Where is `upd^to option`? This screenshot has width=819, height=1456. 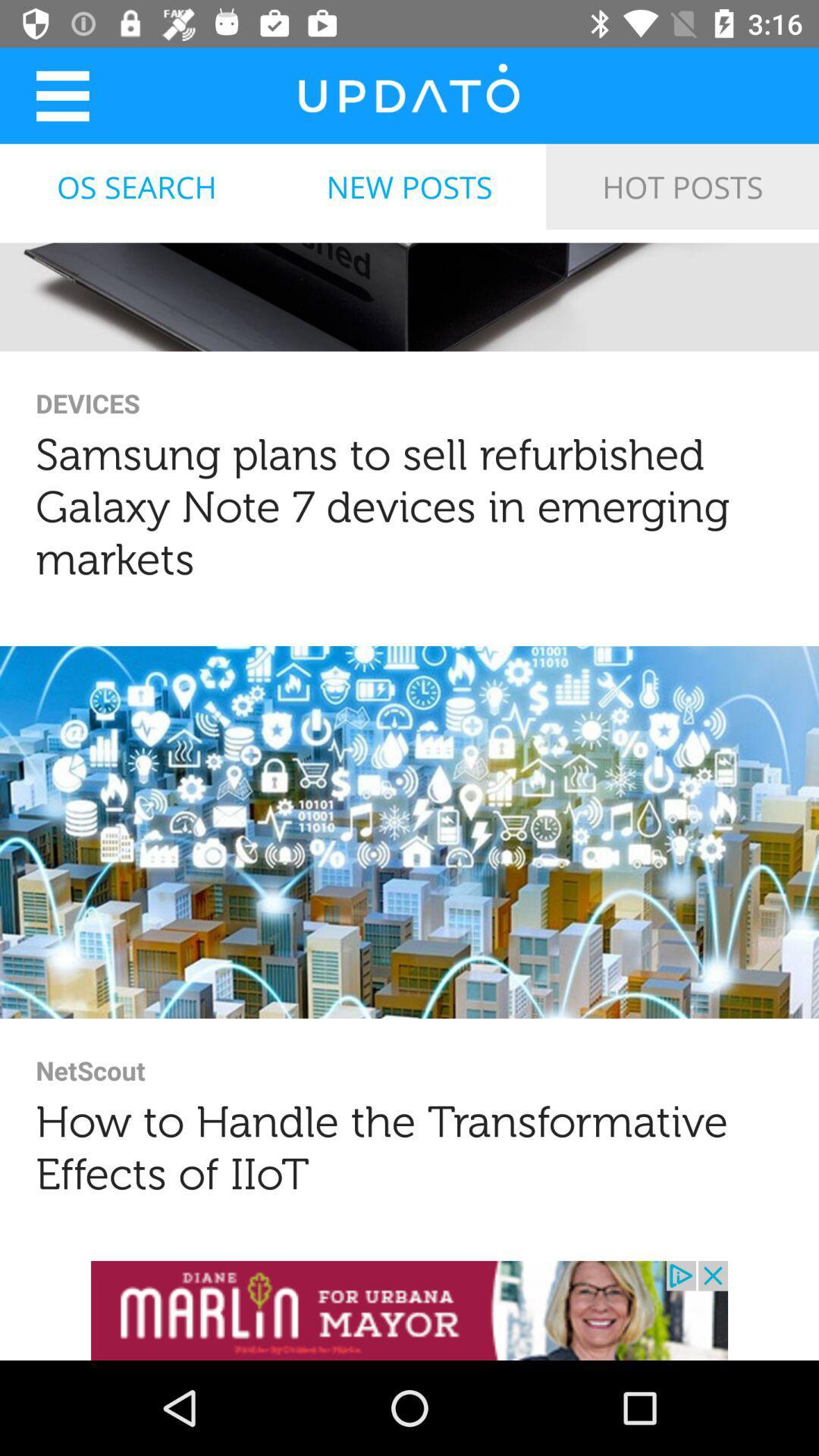 upd^to option is located at coordinates (408, 94).